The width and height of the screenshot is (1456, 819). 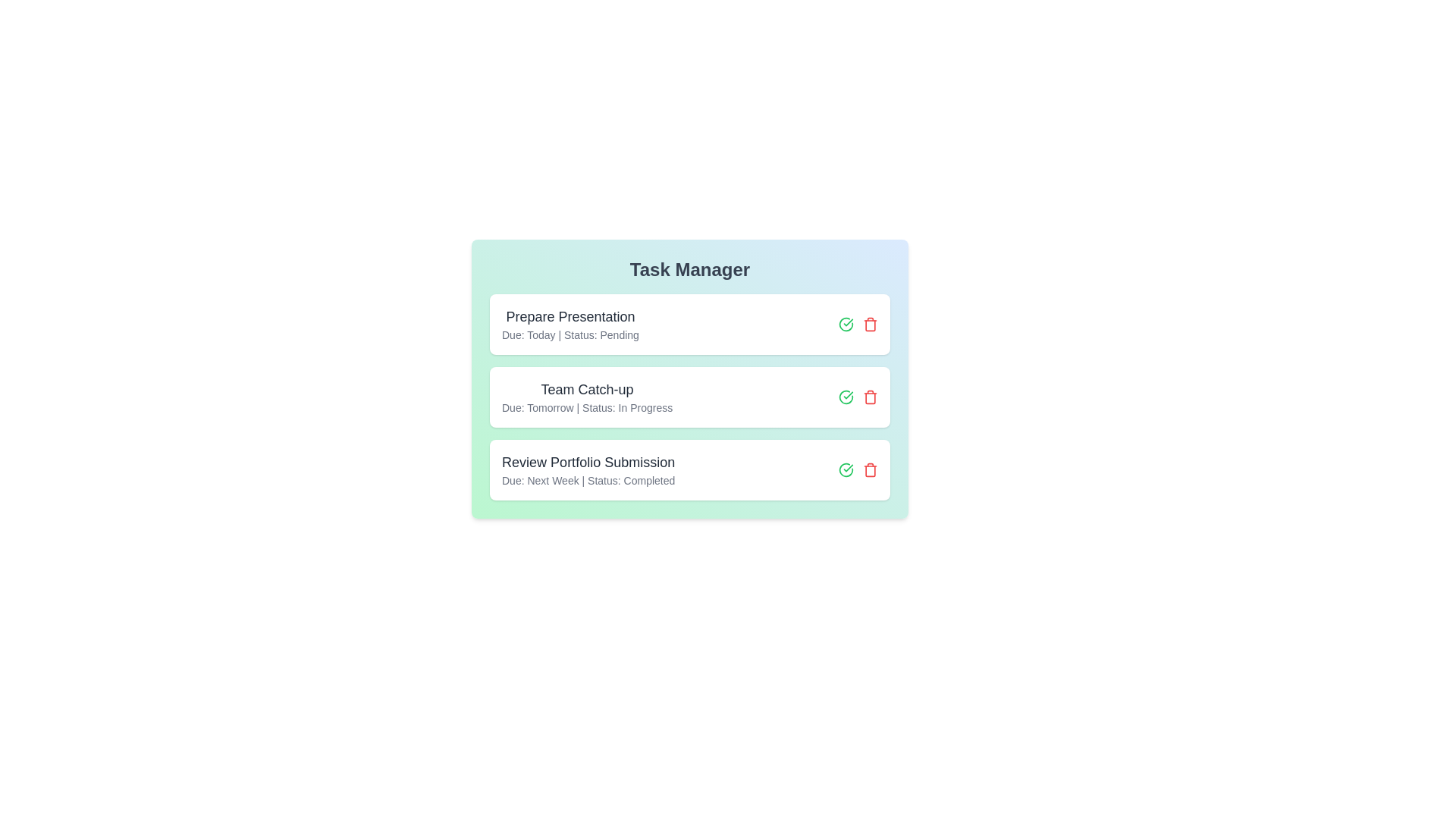 I want to click on green checkmark button to mark the task 'Prepare Presentation' as completed, so click(x=846, y=324).